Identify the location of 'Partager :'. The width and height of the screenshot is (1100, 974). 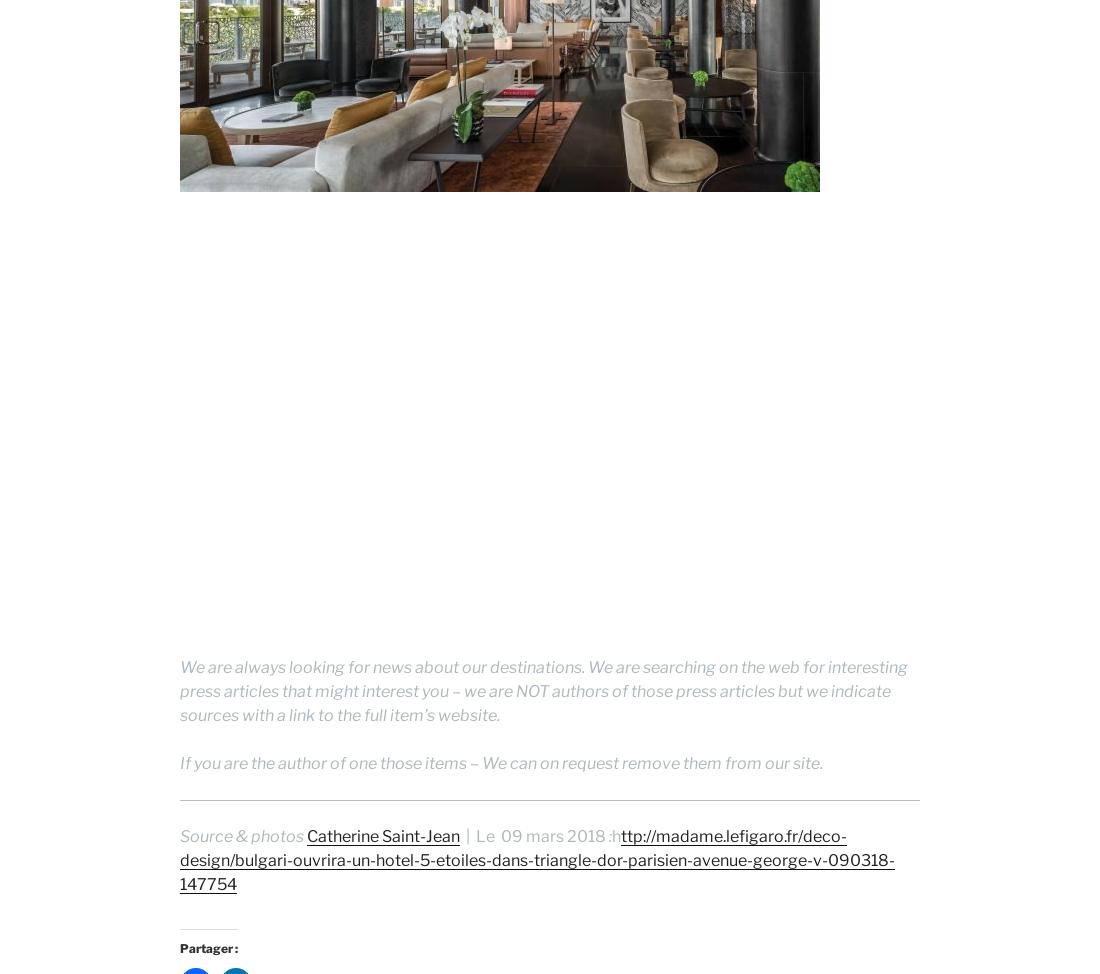
(209, 946).